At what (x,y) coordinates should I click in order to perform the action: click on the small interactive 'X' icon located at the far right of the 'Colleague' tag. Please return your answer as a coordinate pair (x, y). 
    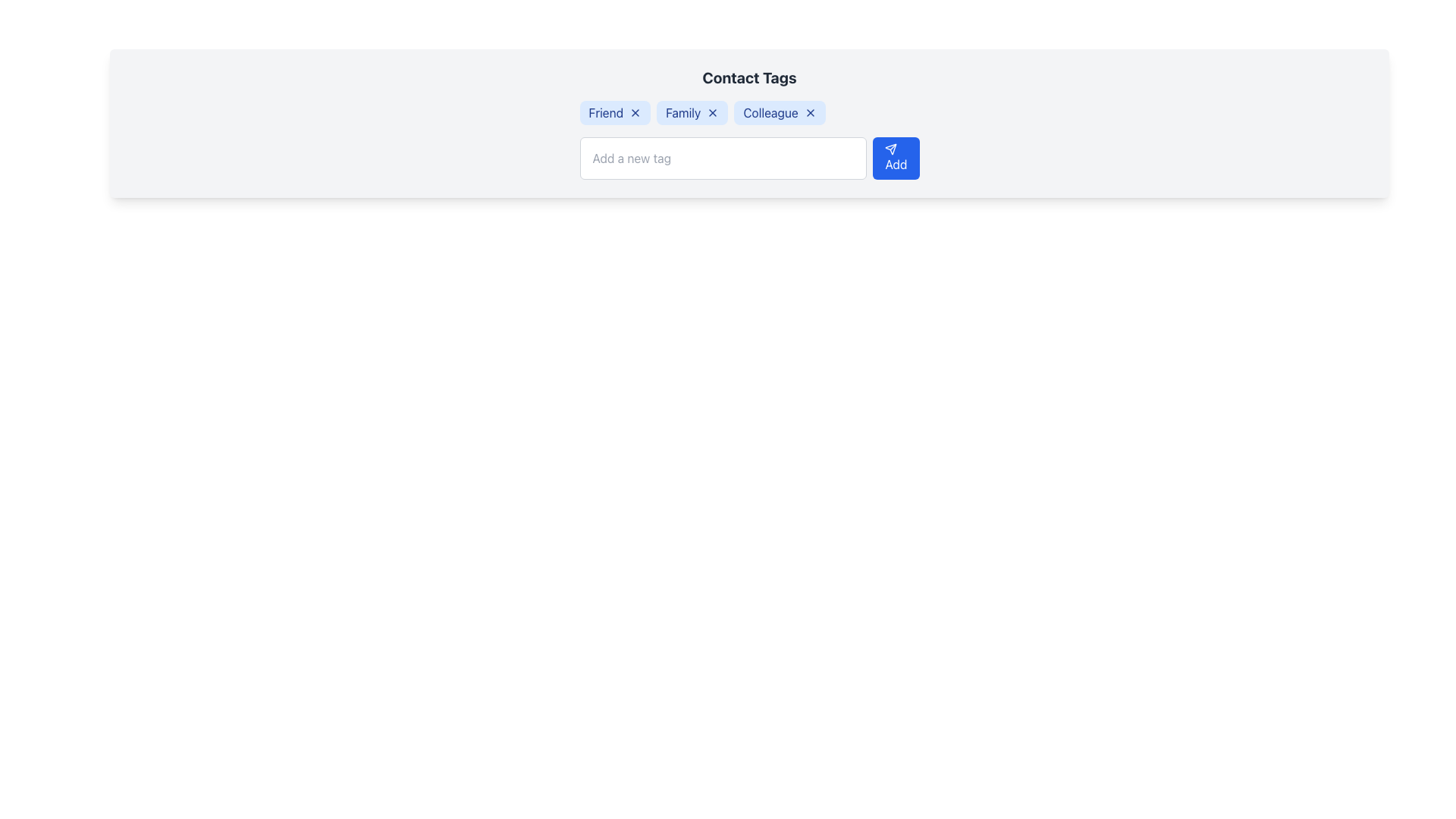
    Looking at the image, I should click on (809, 112).